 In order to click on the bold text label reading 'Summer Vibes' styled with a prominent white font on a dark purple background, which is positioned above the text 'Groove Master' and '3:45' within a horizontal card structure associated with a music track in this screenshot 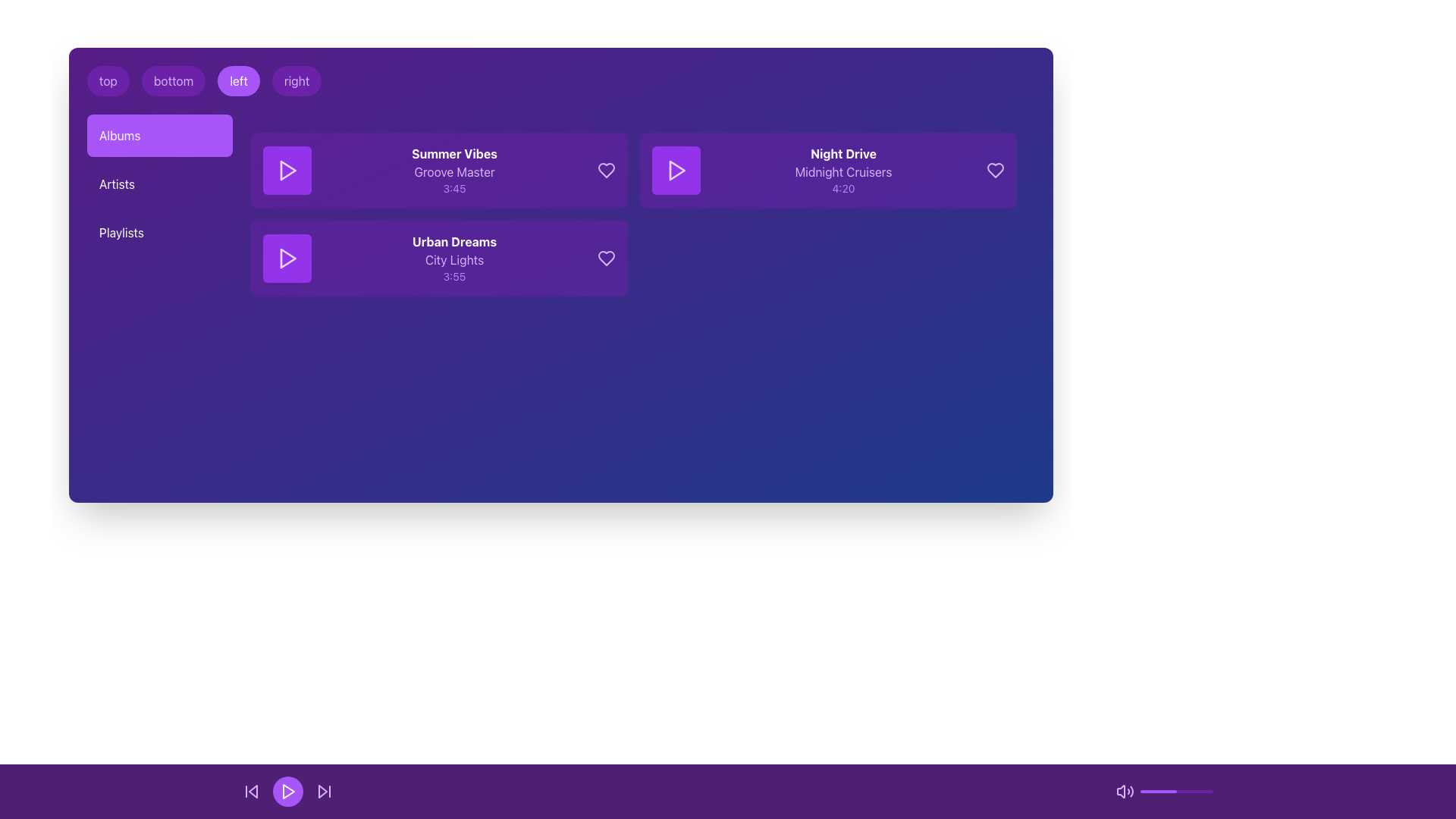, I will do `click(453, 154)`.